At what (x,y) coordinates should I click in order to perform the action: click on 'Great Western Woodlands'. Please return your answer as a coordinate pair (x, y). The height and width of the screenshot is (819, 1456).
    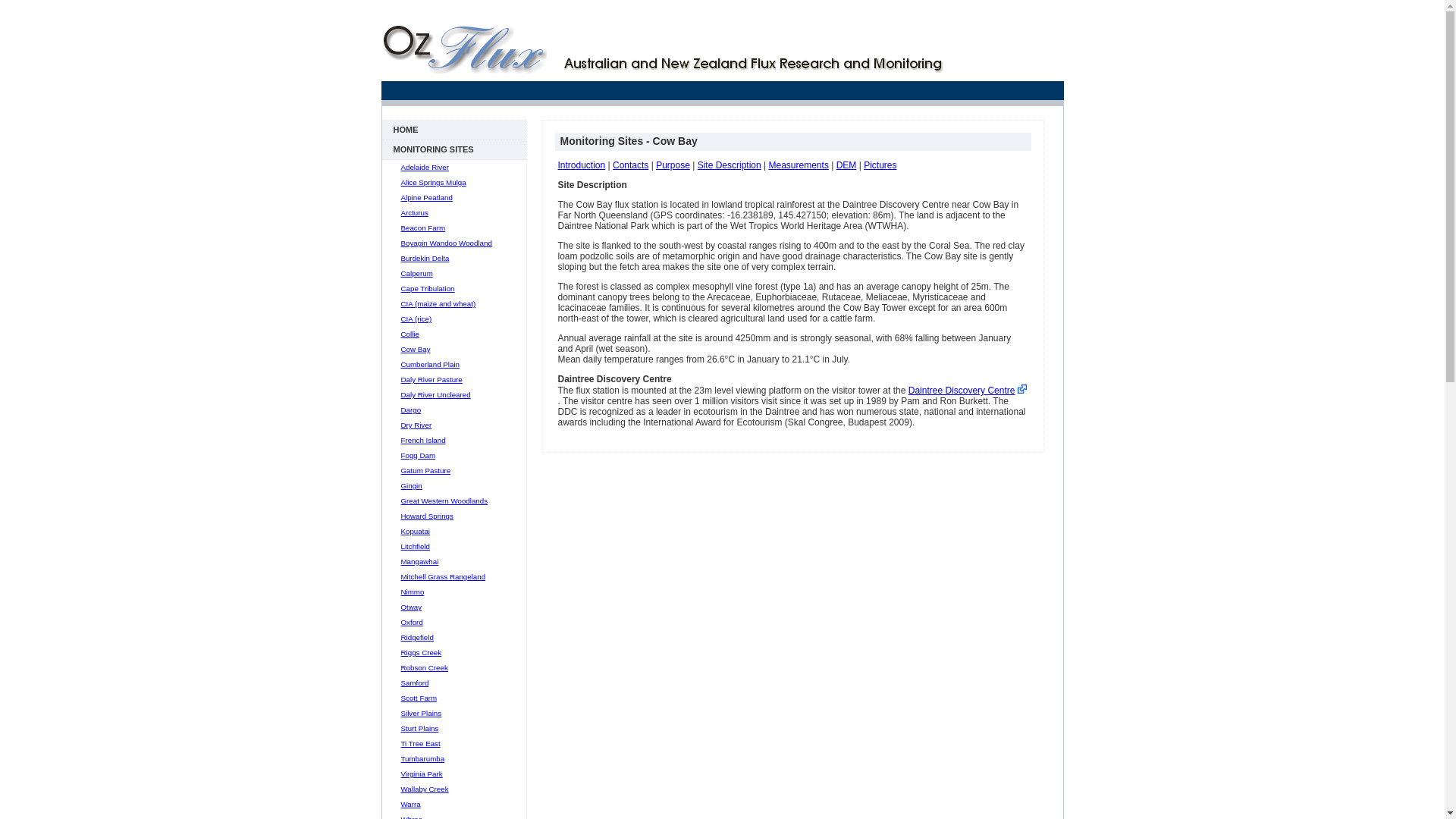
    Looking at the image, I should click on (443, 500).